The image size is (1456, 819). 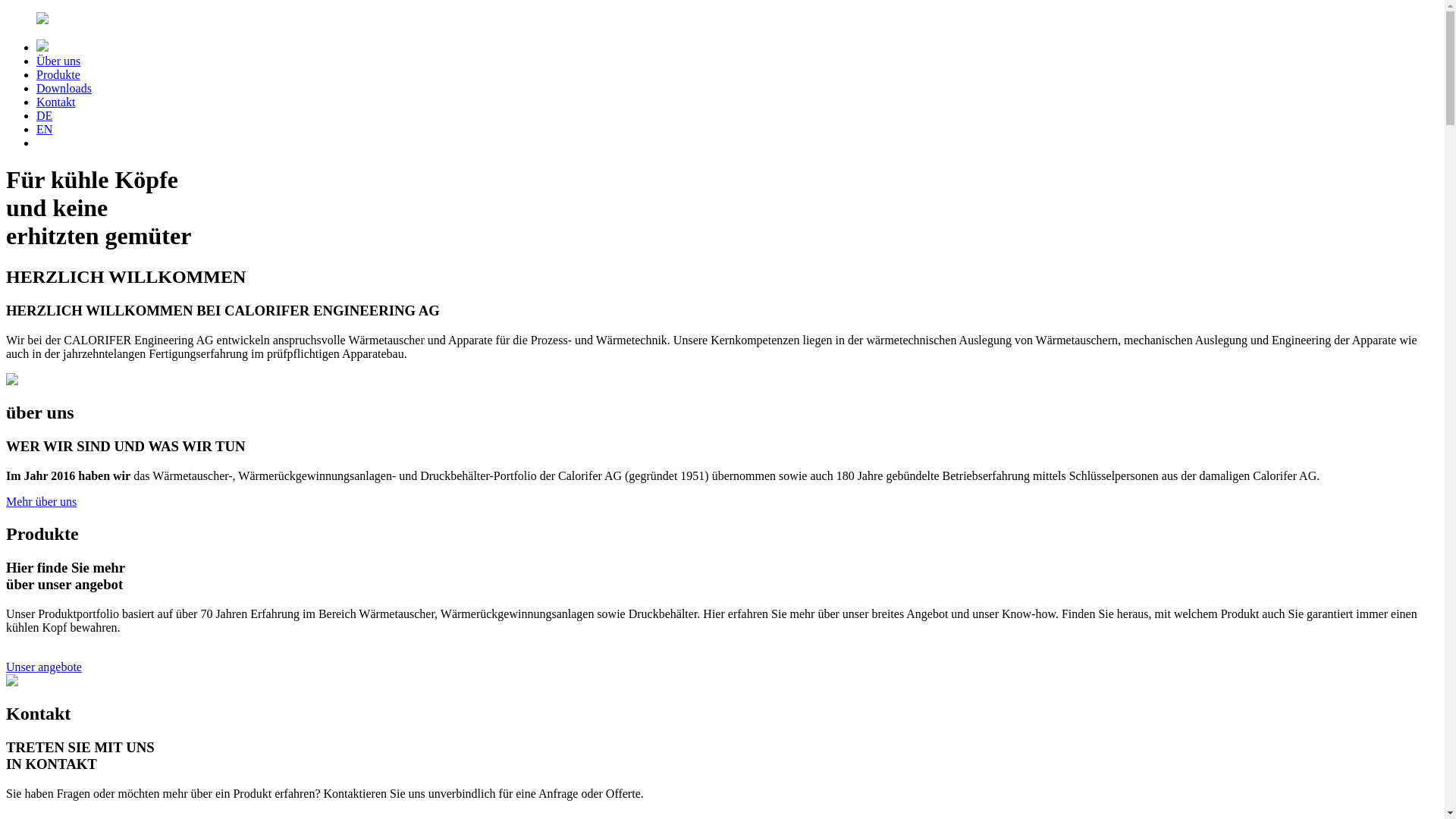 I want to click on 'Produkte', so click(x=58, y=74).